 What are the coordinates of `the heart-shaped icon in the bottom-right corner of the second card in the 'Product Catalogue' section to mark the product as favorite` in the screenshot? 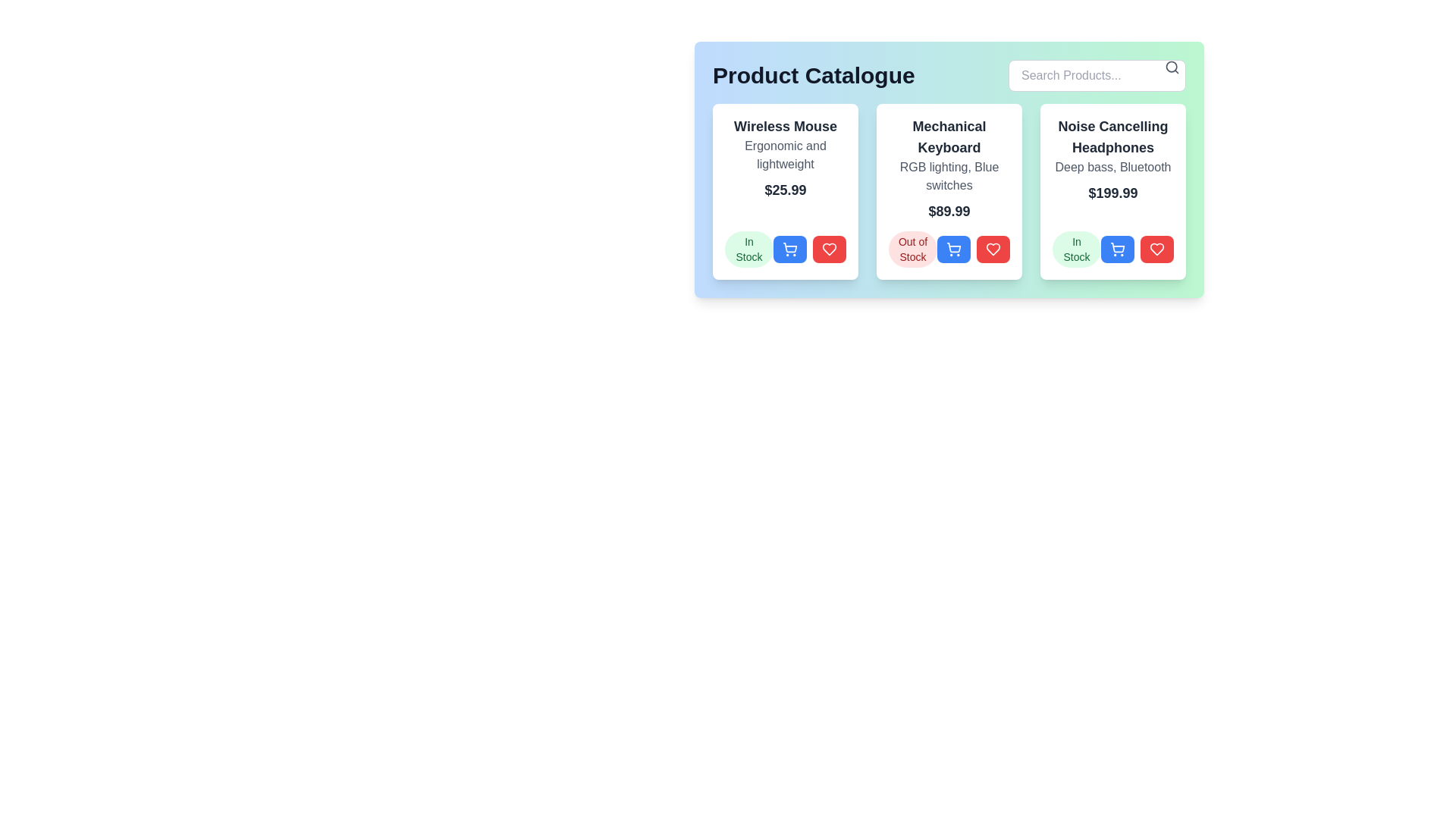 It's located at (993, 248).